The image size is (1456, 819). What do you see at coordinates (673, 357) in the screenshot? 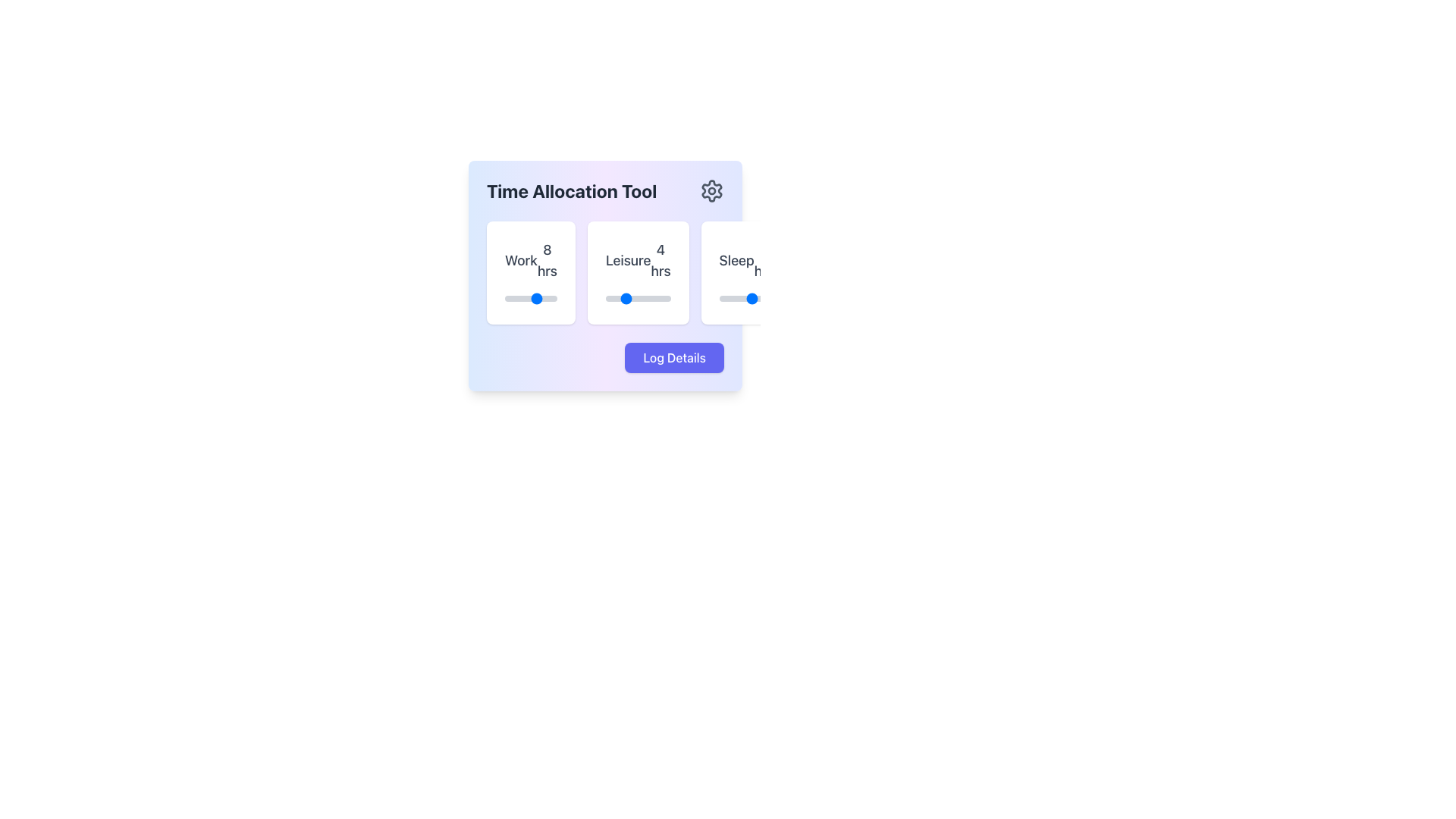
I see `the 'Log Details' button with rounded corners, which is located in the lower-right area of the 'Time Allocation Tool' card` at bounding box center [673, 357].